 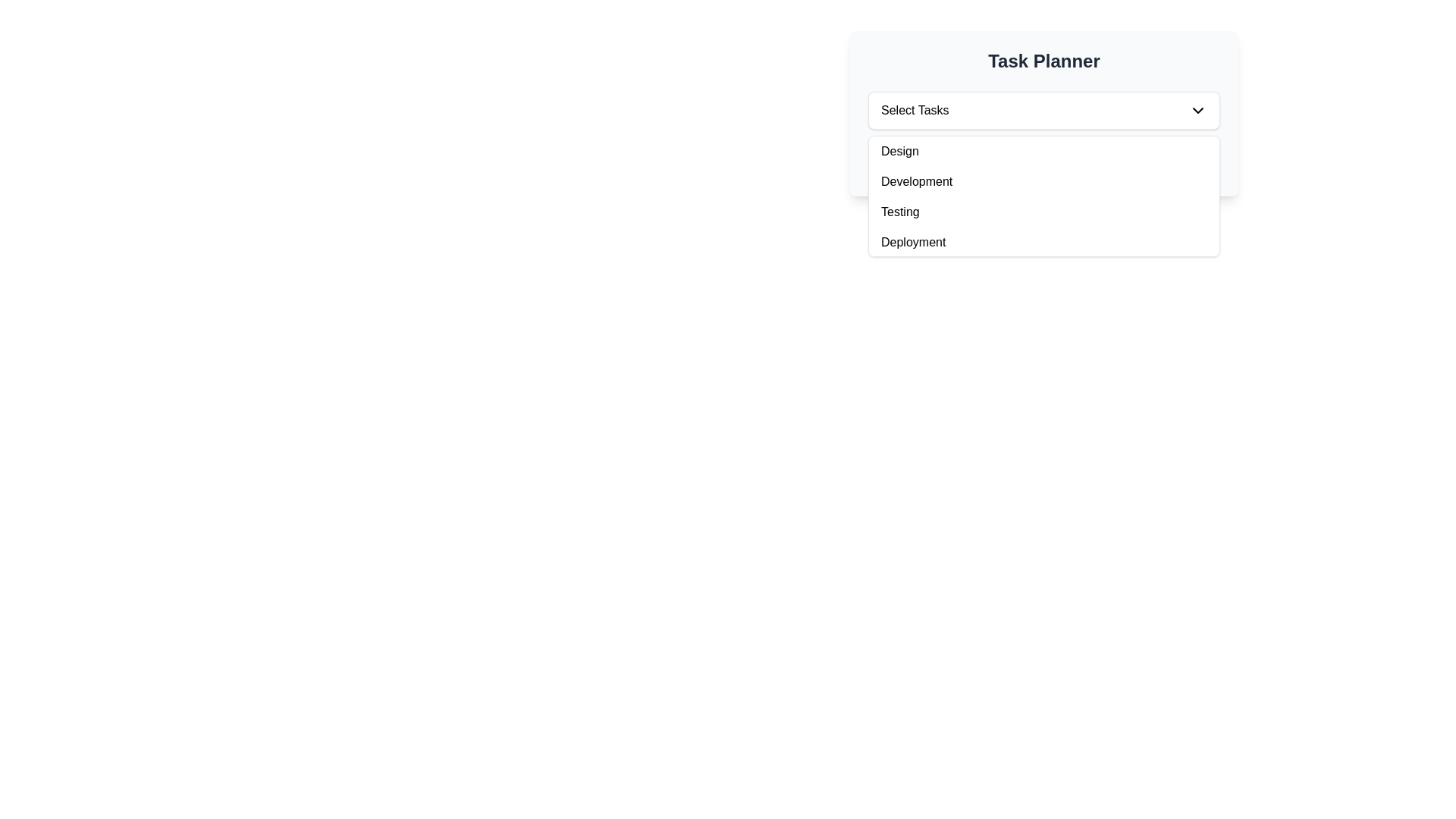 I want to click on the downward-facing chevron icon, which is part of the 'Select Tasks' dropdown button, so click(x=1197, y=110).